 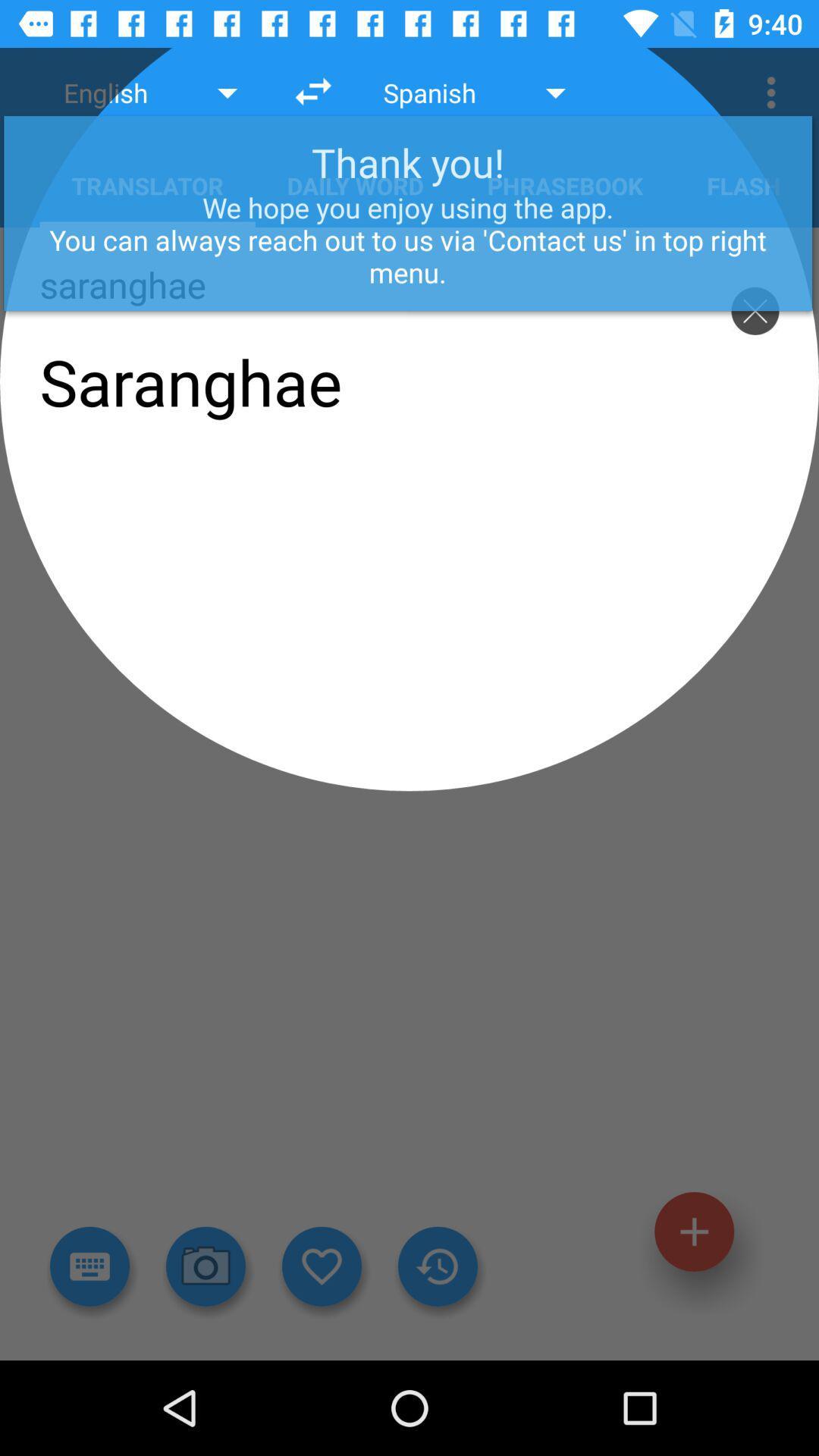 What do you see at coordinates (321, 1266) in the screenshot?
I see `the favorite icon` at bounding box center [321, 1266].